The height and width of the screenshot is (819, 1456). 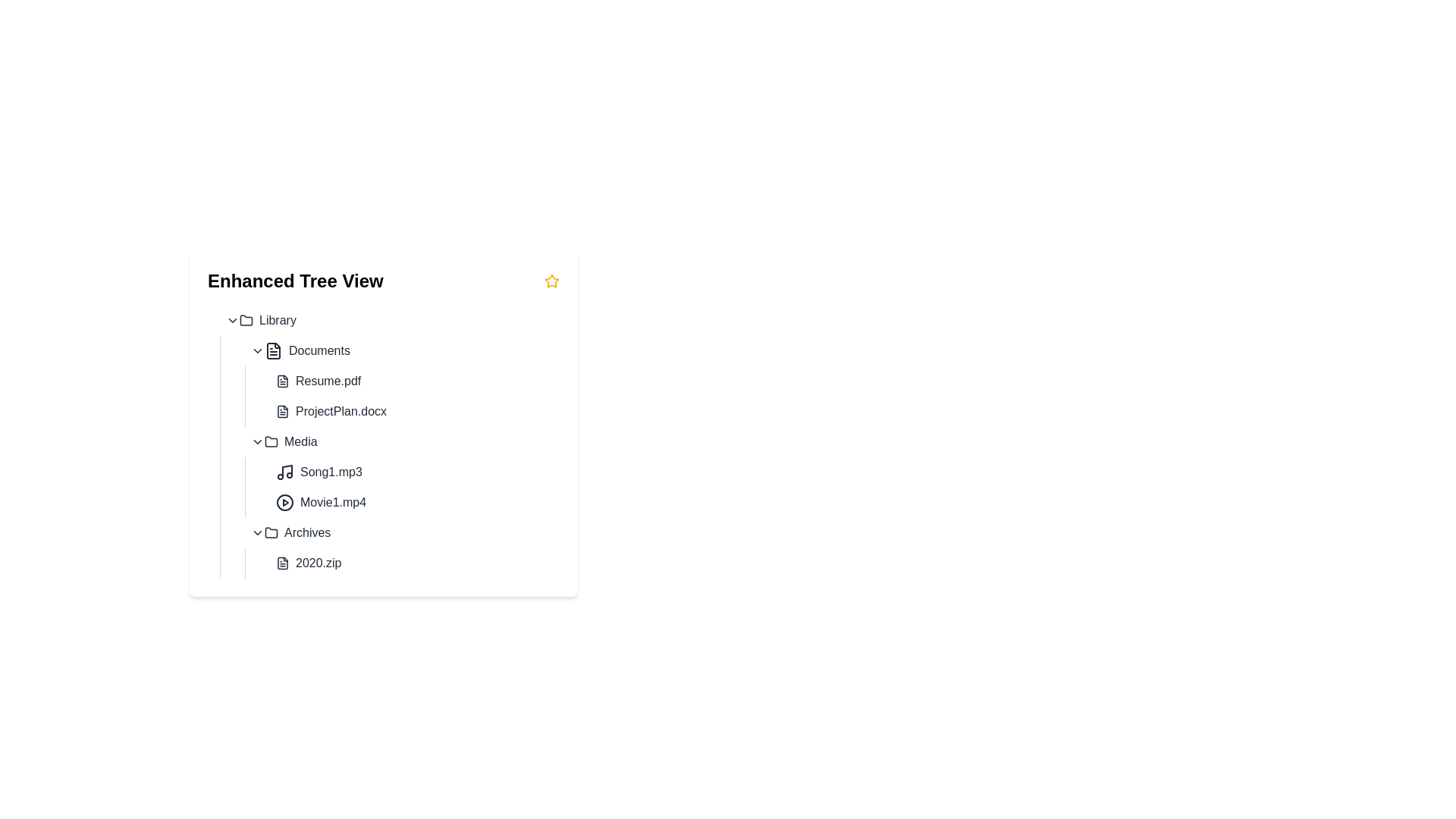 What do you see at coordinates (402, 548) in the screenshot?
I see `the file entry labeled '2020.zip' in the 'Archives' section of the folder structure` at bounding box center [402, 548].